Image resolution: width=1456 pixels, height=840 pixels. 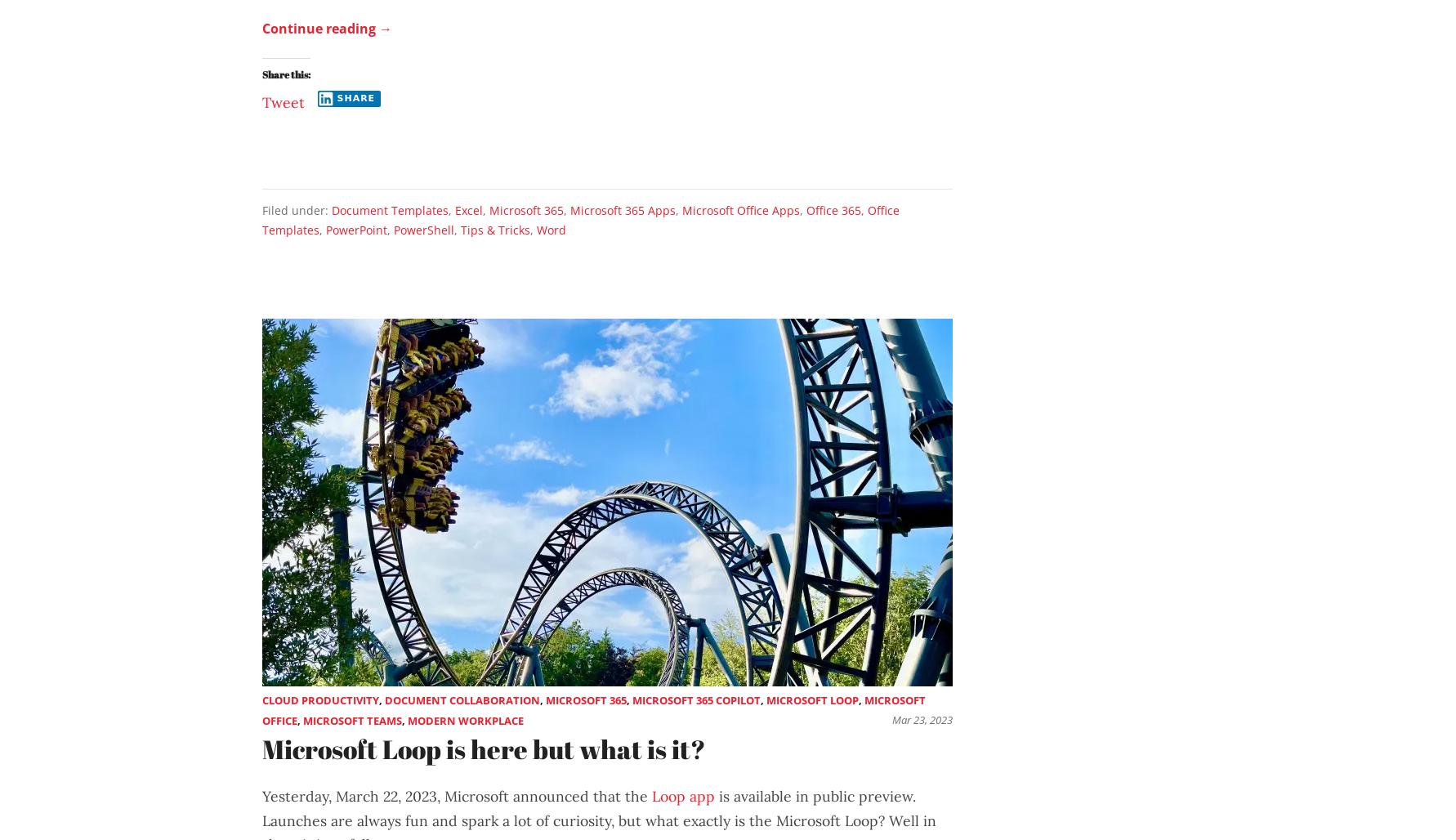 I want to click on 'Filed under:', so click(x=297, y=208).